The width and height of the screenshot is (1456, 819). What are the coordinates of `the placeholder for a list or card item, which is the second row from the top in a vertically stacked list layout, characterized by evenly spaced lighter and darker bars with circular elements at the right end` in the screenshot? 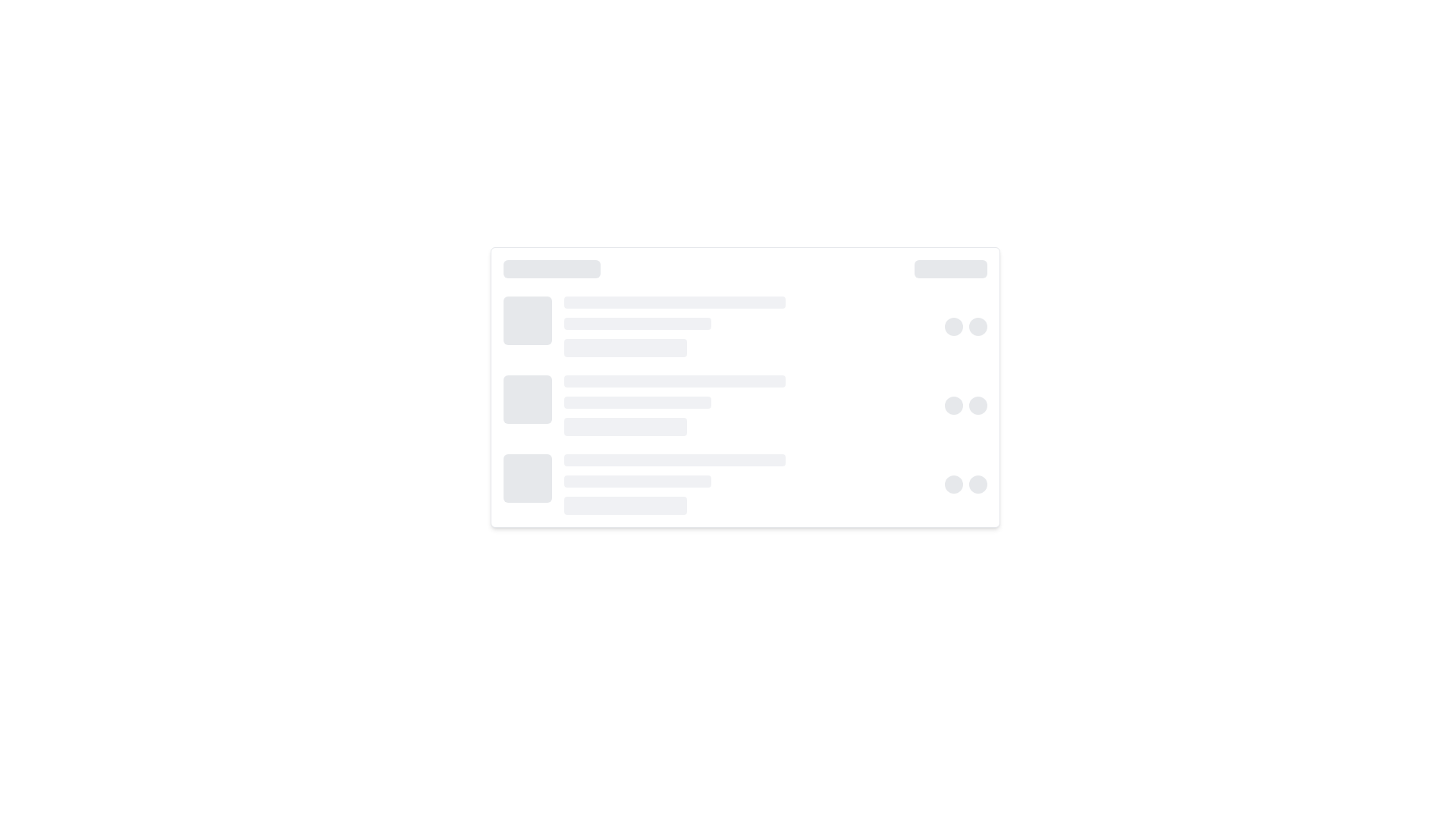 It's located at (745, 326).